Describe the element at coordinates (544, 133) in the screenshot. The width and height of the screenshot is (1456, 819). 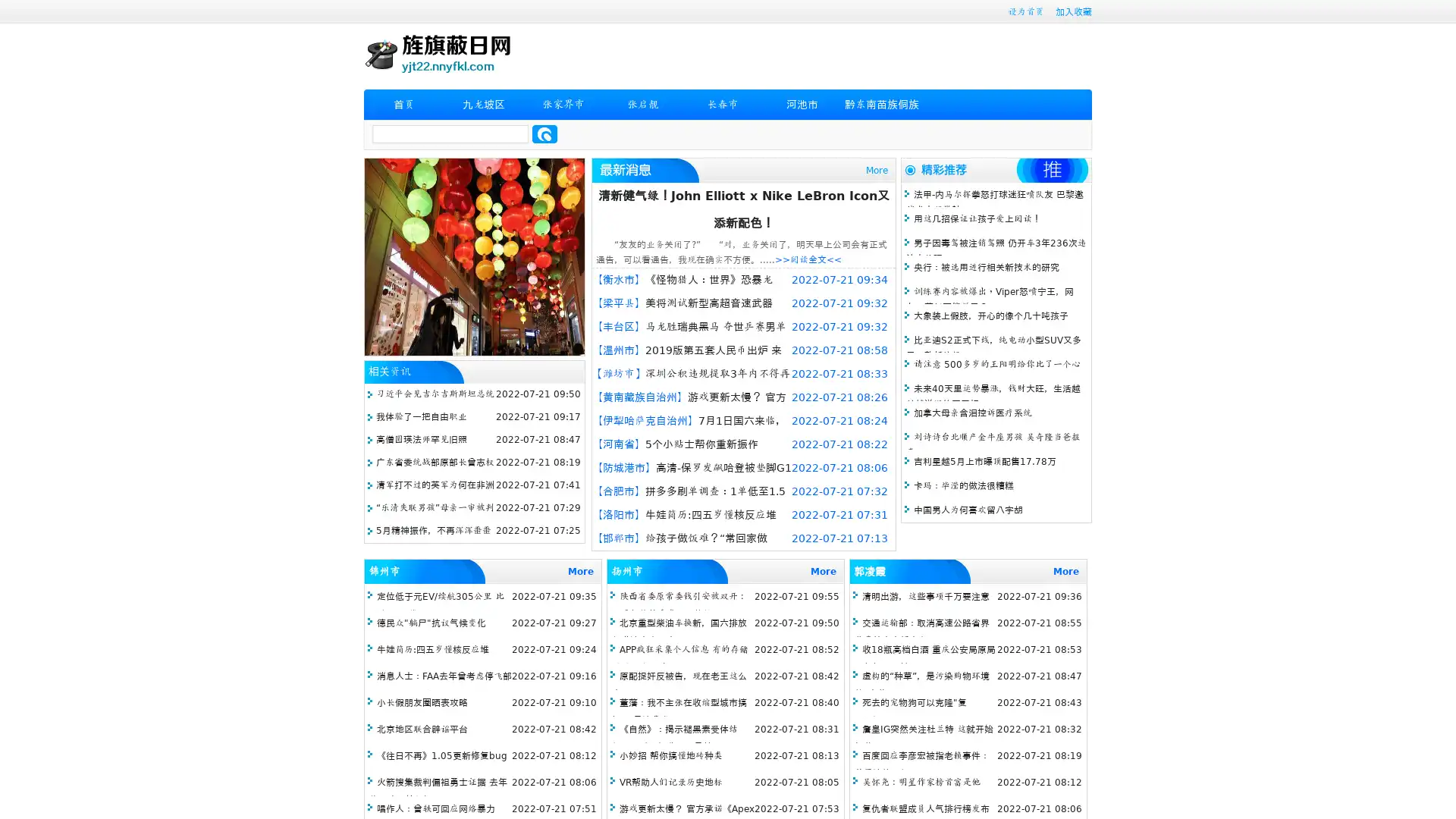
I see `Search` at that location.